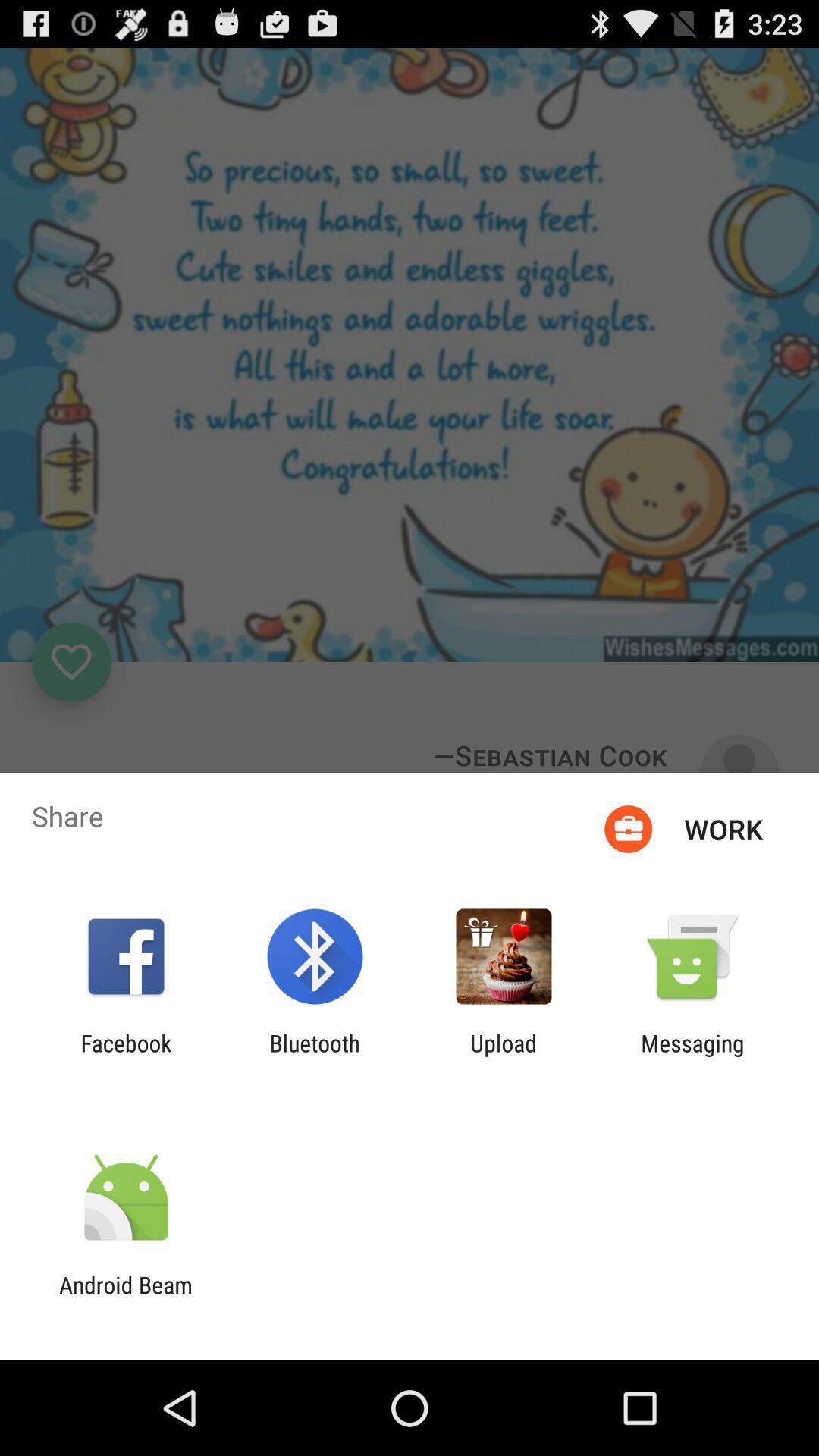 Image resolution: width=819 pixels, height=1456 pixels. I want to click on icon next to upload icon, so click(314, 1056).